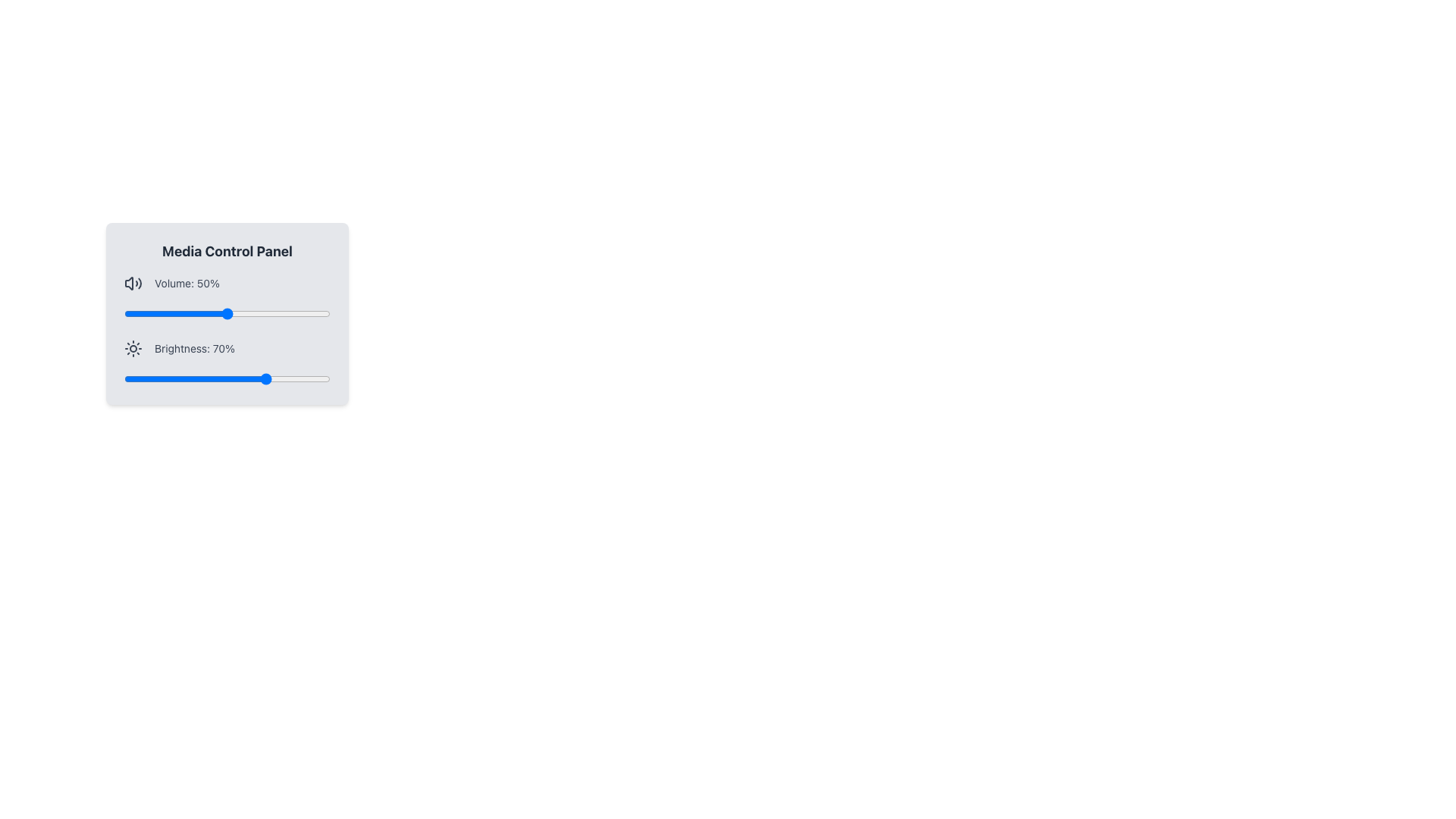 The width and height of the screenshot is (1456, 819). I want to click on the circular blue marker of the volume slider control, which is horizontally oriented and located beneath the 'Volume: 50%' label, so click(226, 312).